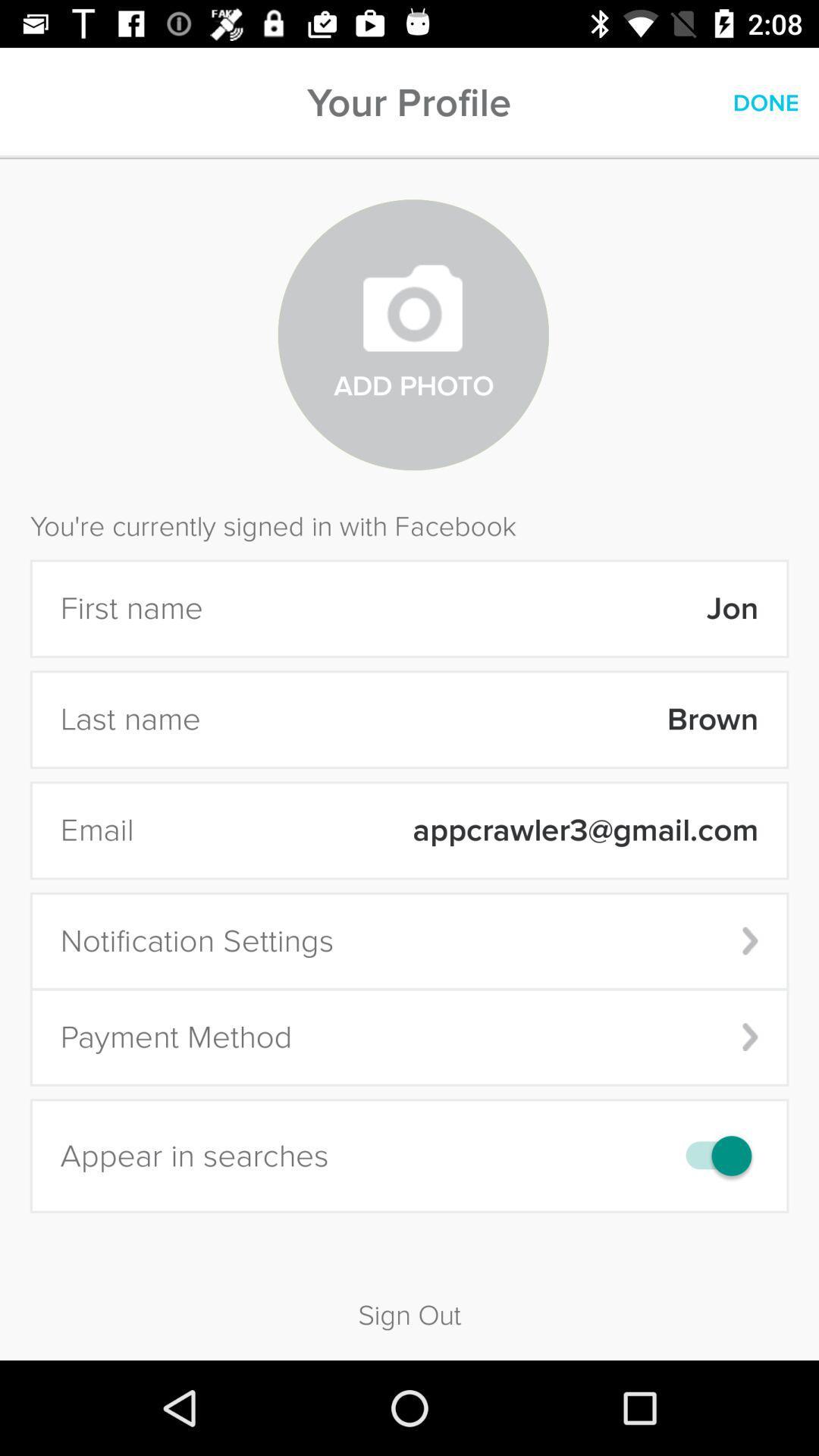  I want to click on the jon, so click(491, 608).